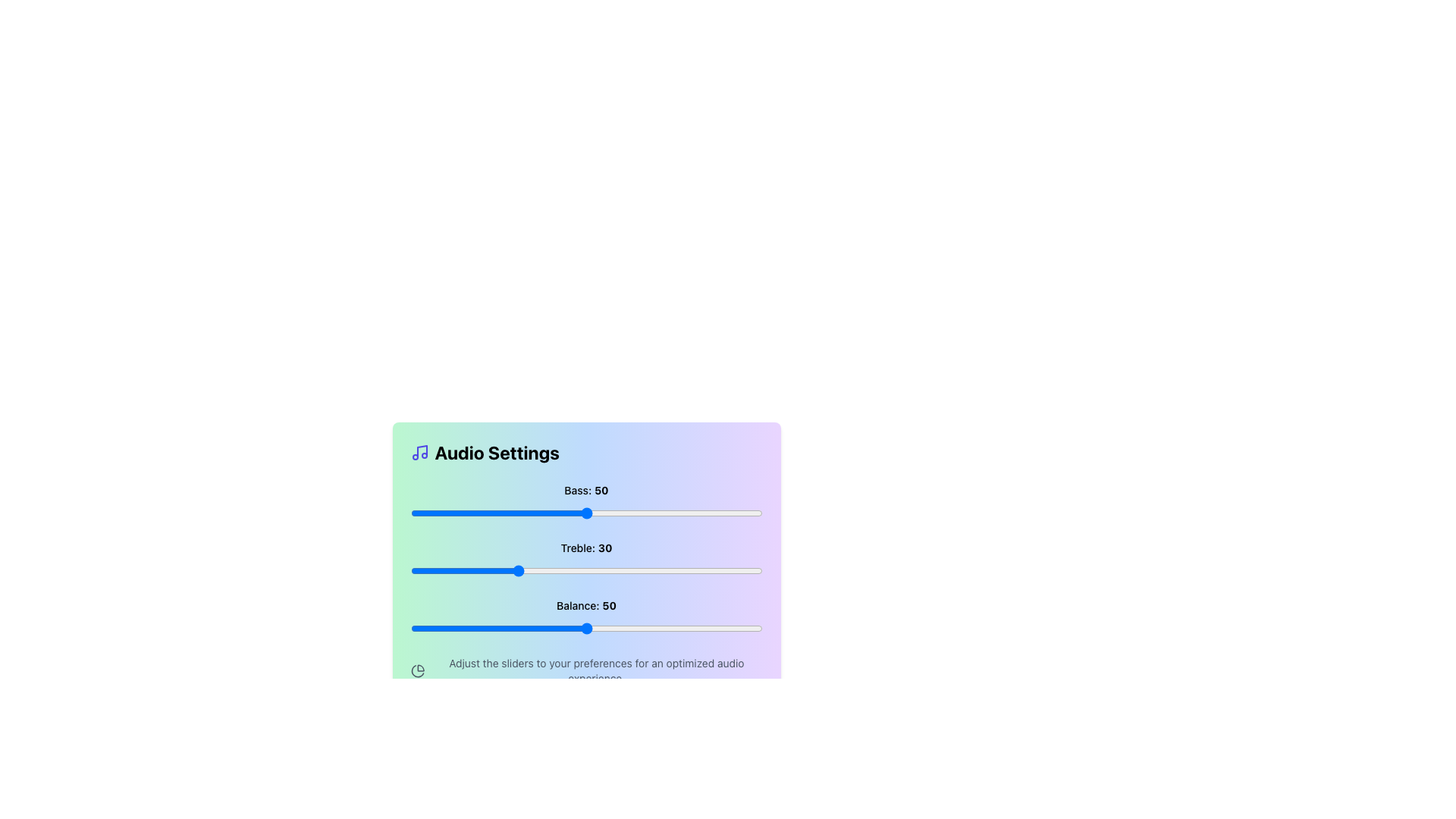 The image size is (1456, 819). I want to click on the bold-styled text displaying the number '30' in the audio settings interface, which indicates the treble value, so click(604, 548).